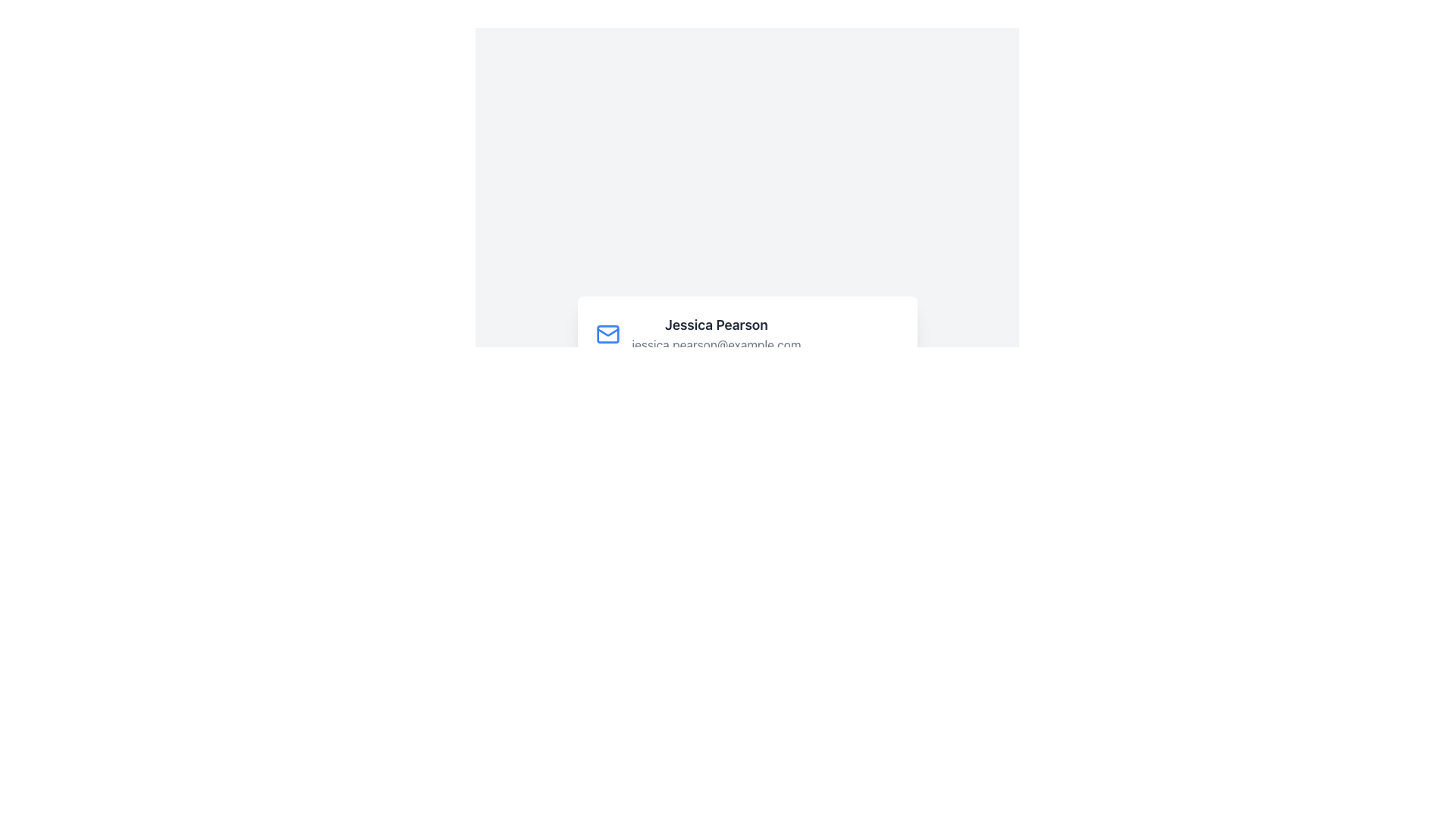  I want to click on text label displaying the email address 'jessica.pearson@example.com', which is positioned below the name 'Jessica Pearson' and aligned to the left with an envelope icon on its left, so click(716, 344).